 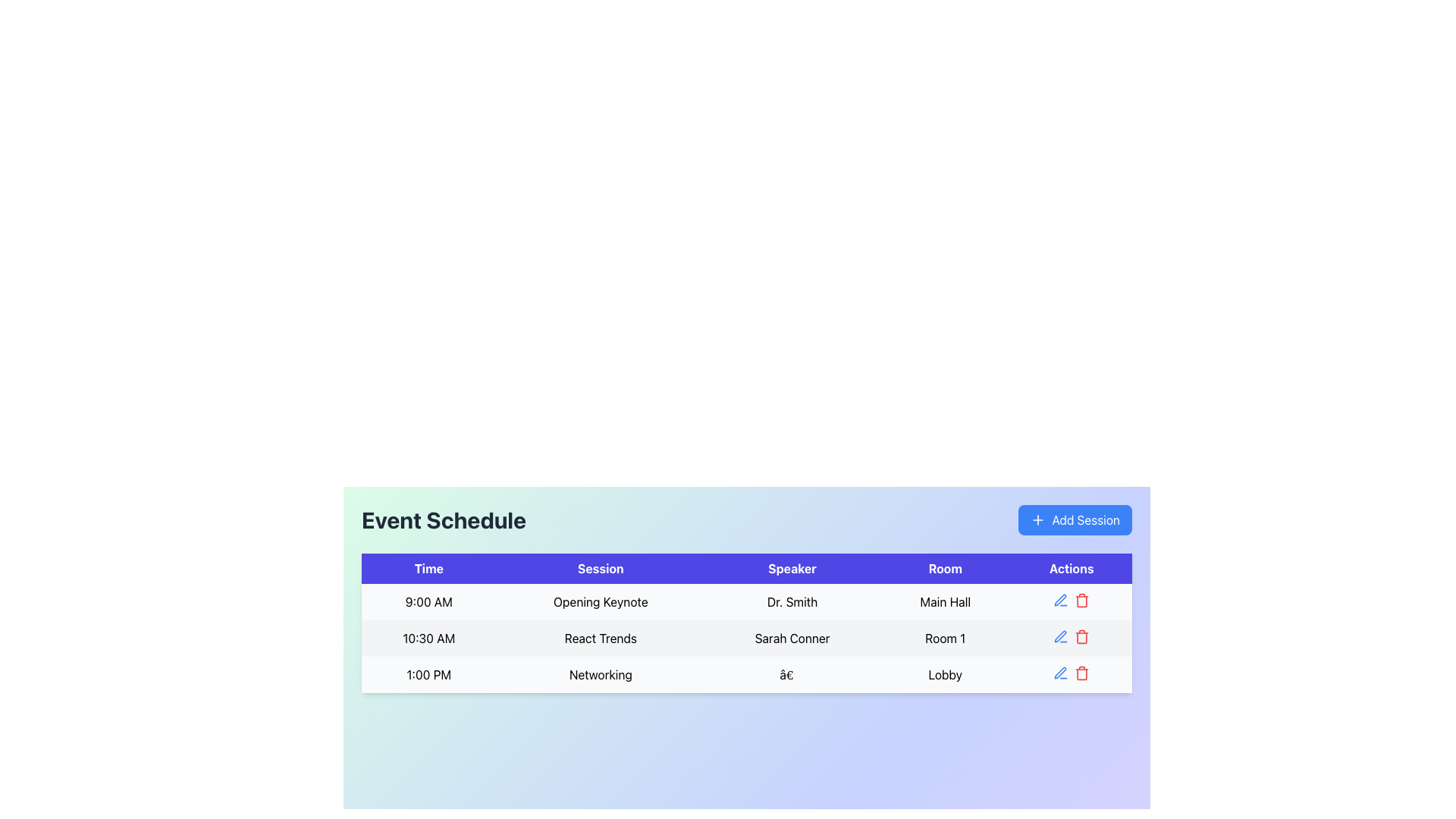 What do you see at coordinates (1071, 672) in the screenshot?
I see `the interactive icons (pencil and trash can) located under the 'Actions' column in the '1:00 PM Networking—Lobby' row of the event schedule table` at bounding box center [1071, 672].